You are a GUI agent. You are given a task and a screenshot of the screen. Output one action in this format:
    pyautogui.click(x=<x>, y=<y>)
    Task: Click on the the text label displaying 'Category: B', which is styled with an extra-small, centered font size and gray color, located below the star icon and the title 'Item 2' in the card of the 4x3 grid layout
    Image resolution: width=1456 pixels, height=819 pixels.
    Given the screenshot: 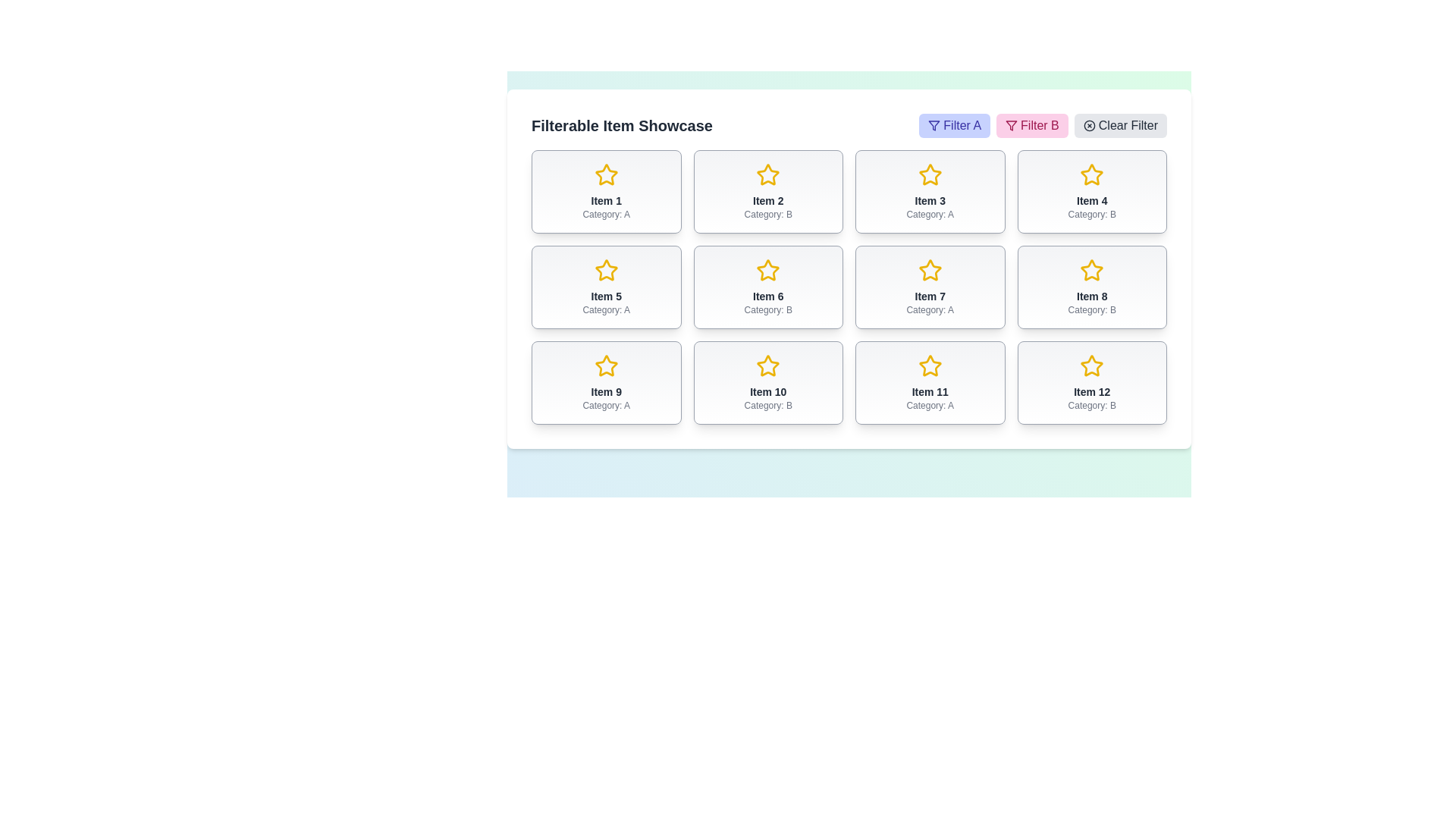 What is the action you would take?
    pyautogui.click(x=768, y=214)
    